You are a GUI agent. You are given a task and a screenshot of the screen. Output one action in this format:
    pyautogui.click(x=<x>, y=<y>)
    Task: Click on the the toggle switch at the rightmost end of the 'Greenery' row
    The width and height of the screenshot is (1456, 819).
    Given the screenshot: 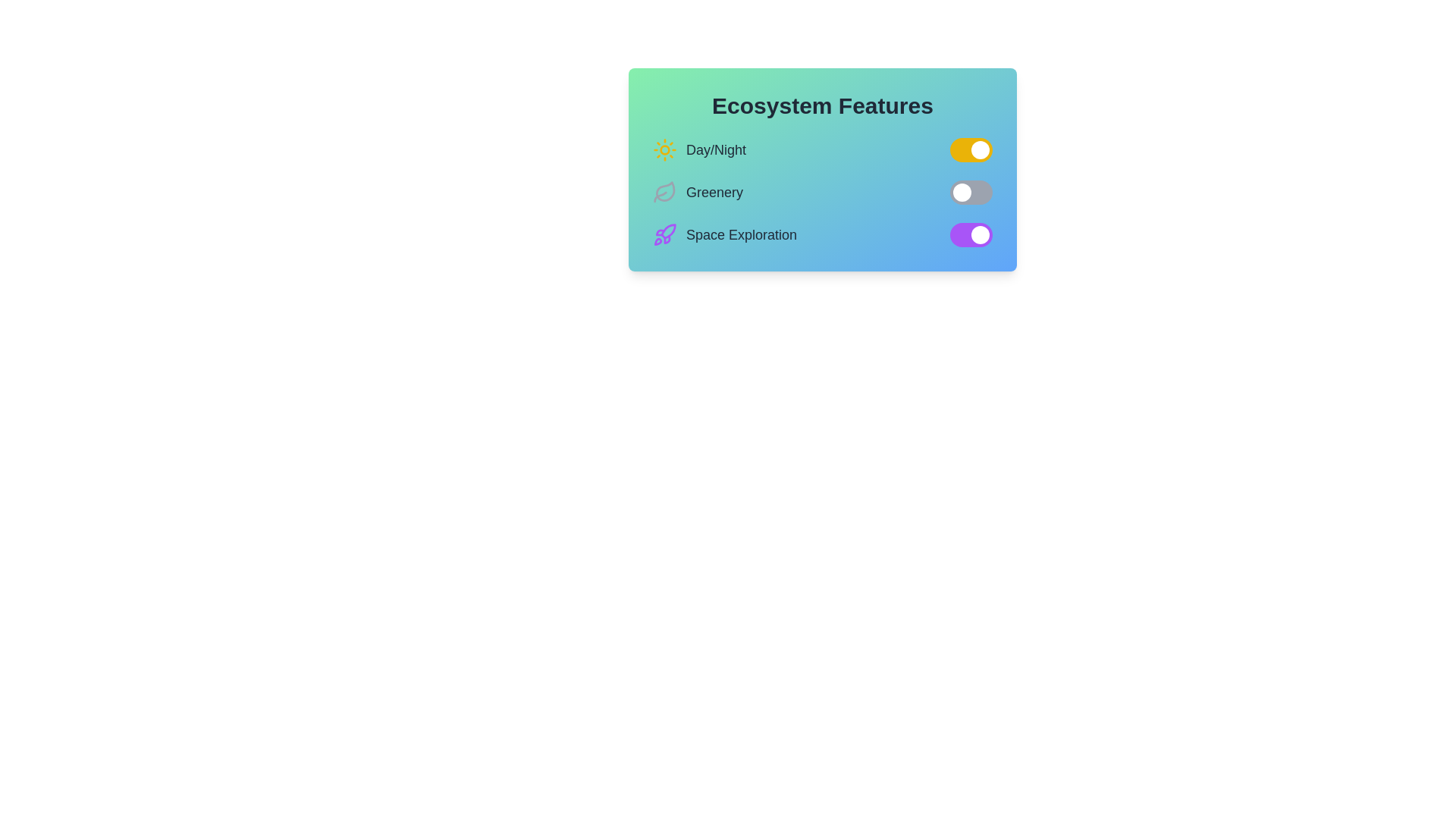 What is the action you would take?
    pyautogui.click(x=971, y=192)
    